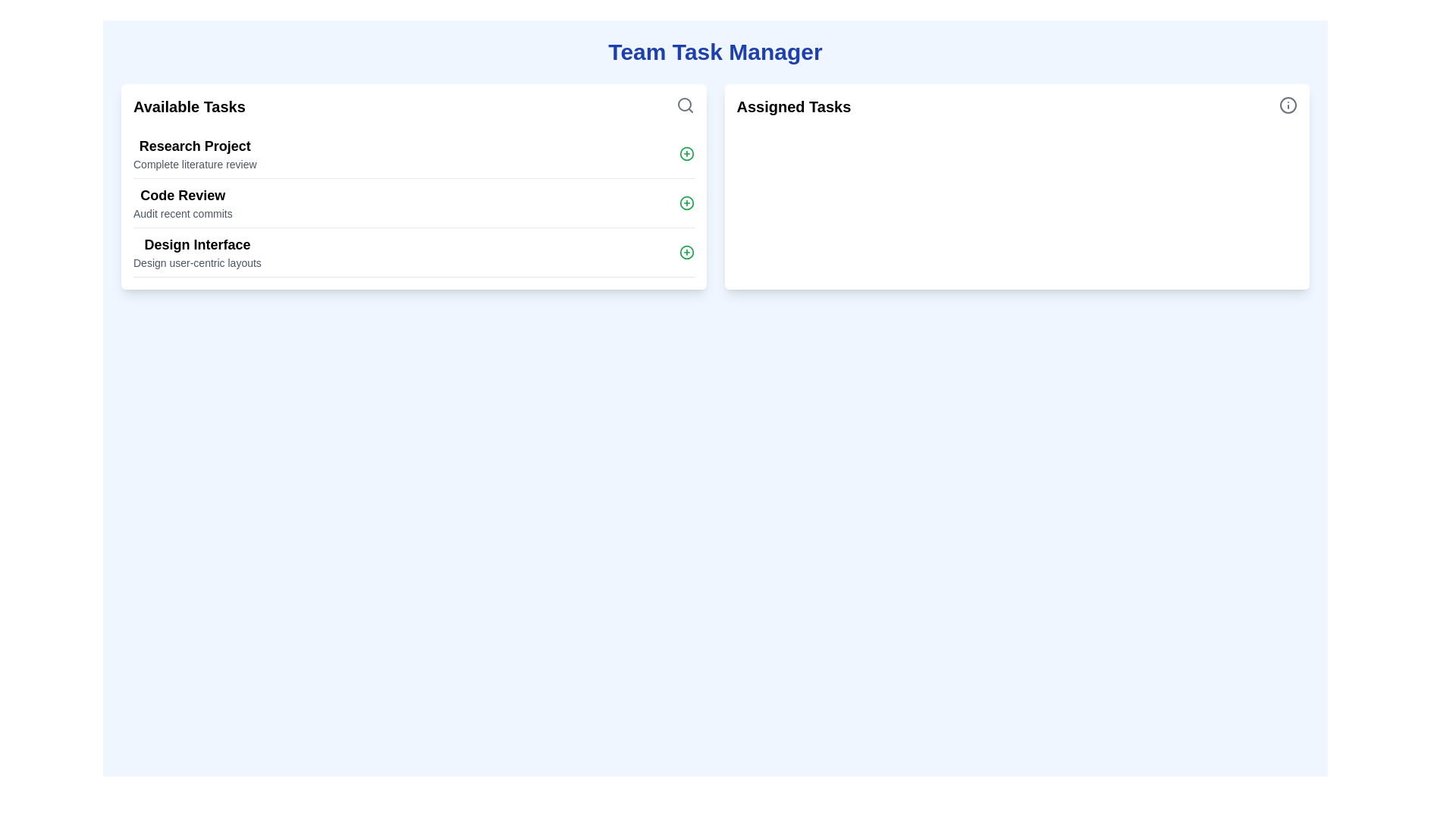  Describe the element at coordinates (686, 251) in the screenshot. I see `the green circular icon button with a '+' symbol located to the right of the 'Design Interface' text` at that location.